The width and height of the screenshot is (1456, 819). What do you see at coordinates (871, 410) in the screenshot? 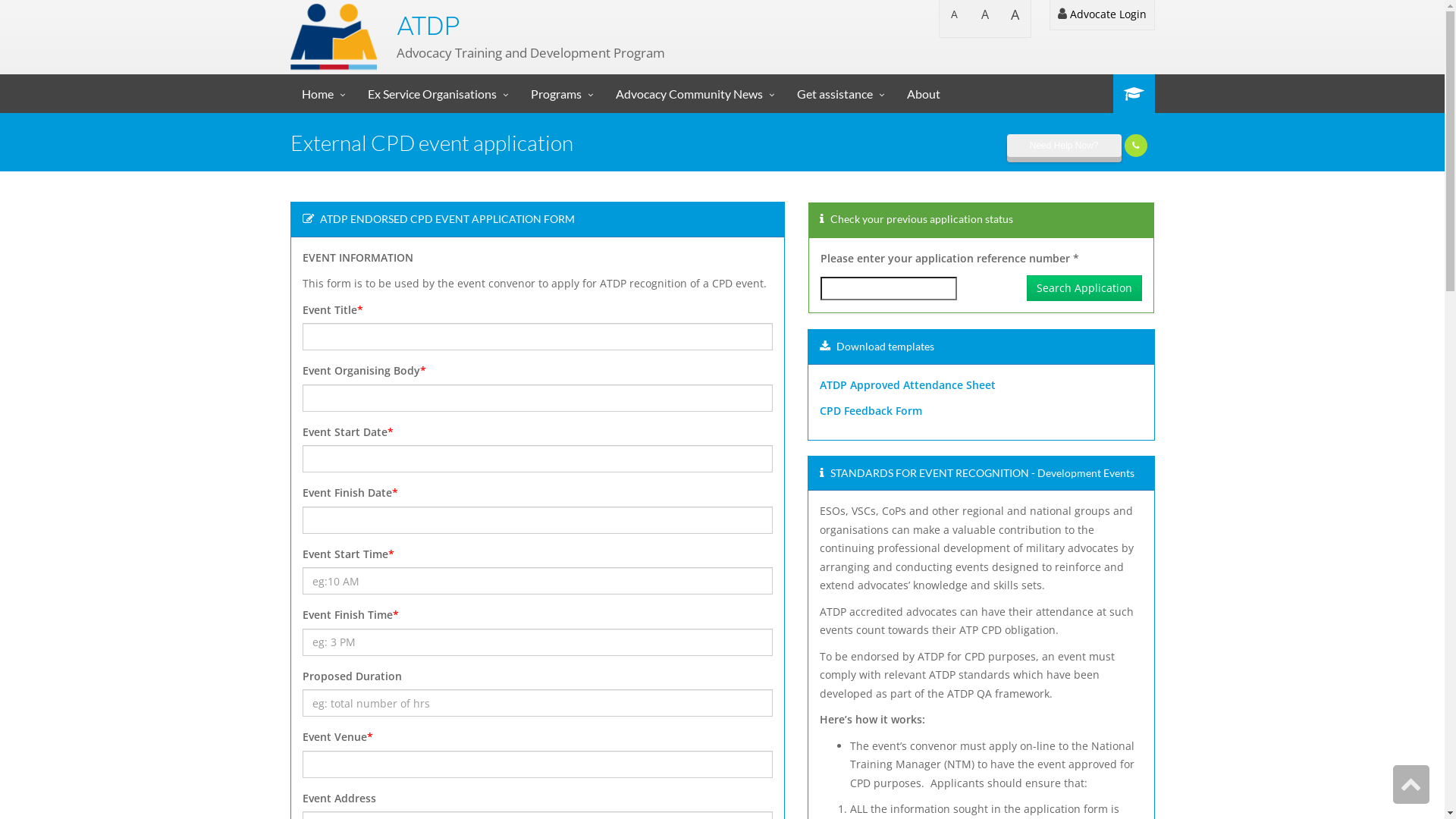
I see `'CPD Feedback Form'` at bounding box center [871, 410].